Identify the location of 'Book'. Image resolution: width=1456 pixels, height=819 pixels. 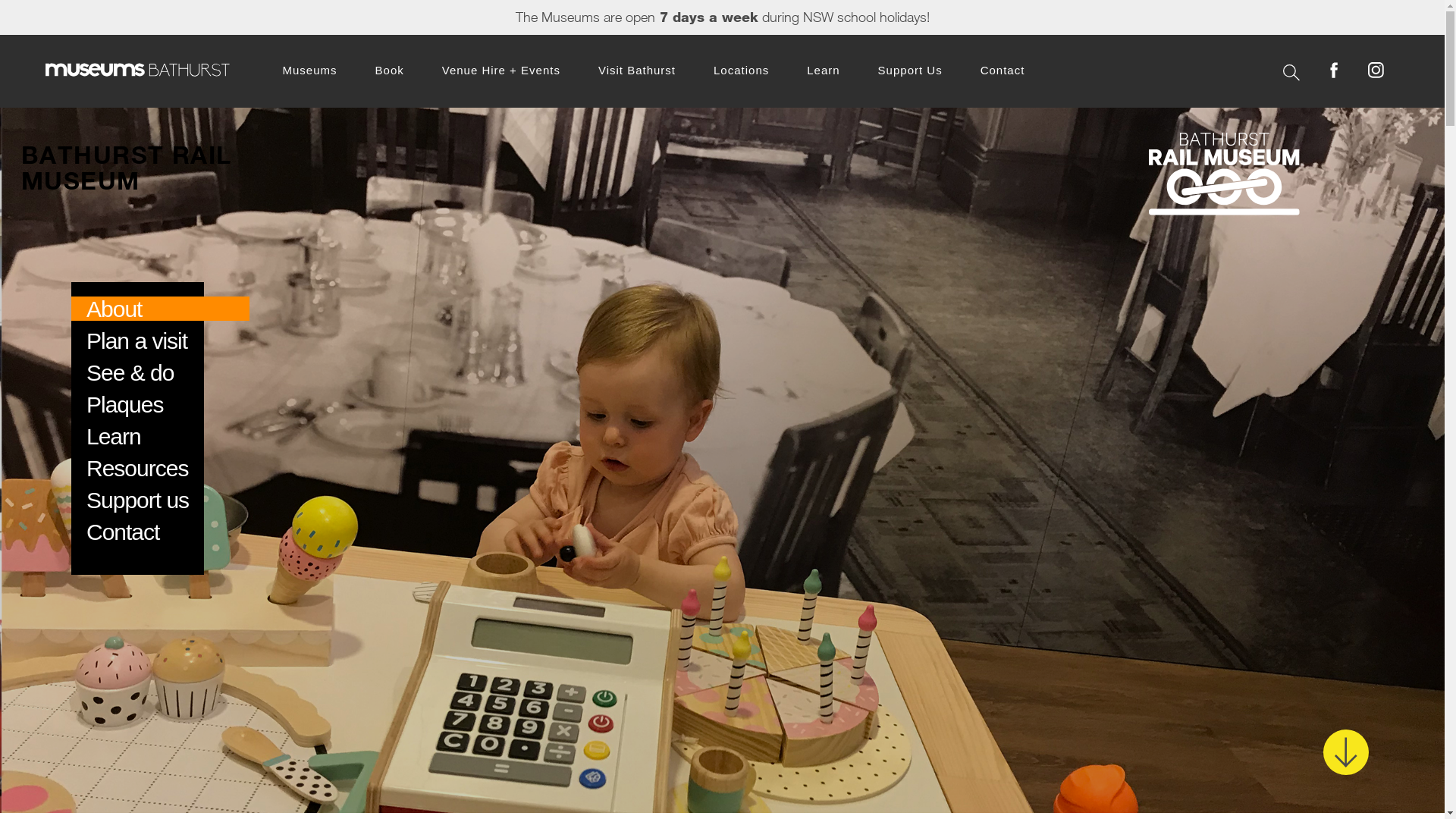
(389, 70).